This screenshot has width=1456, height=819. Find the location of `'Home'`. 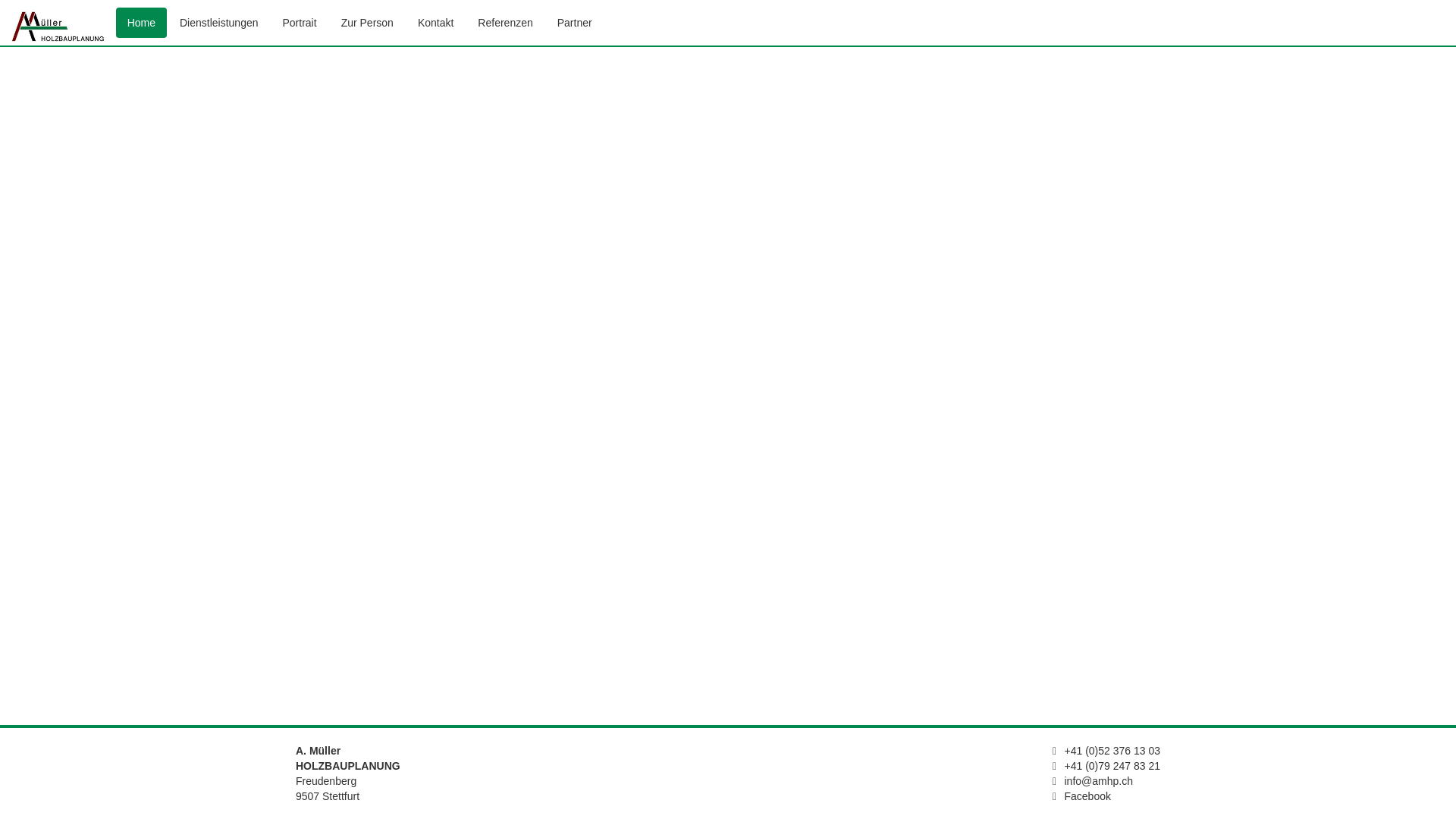

'Home' is located at coordinates (115, 23).